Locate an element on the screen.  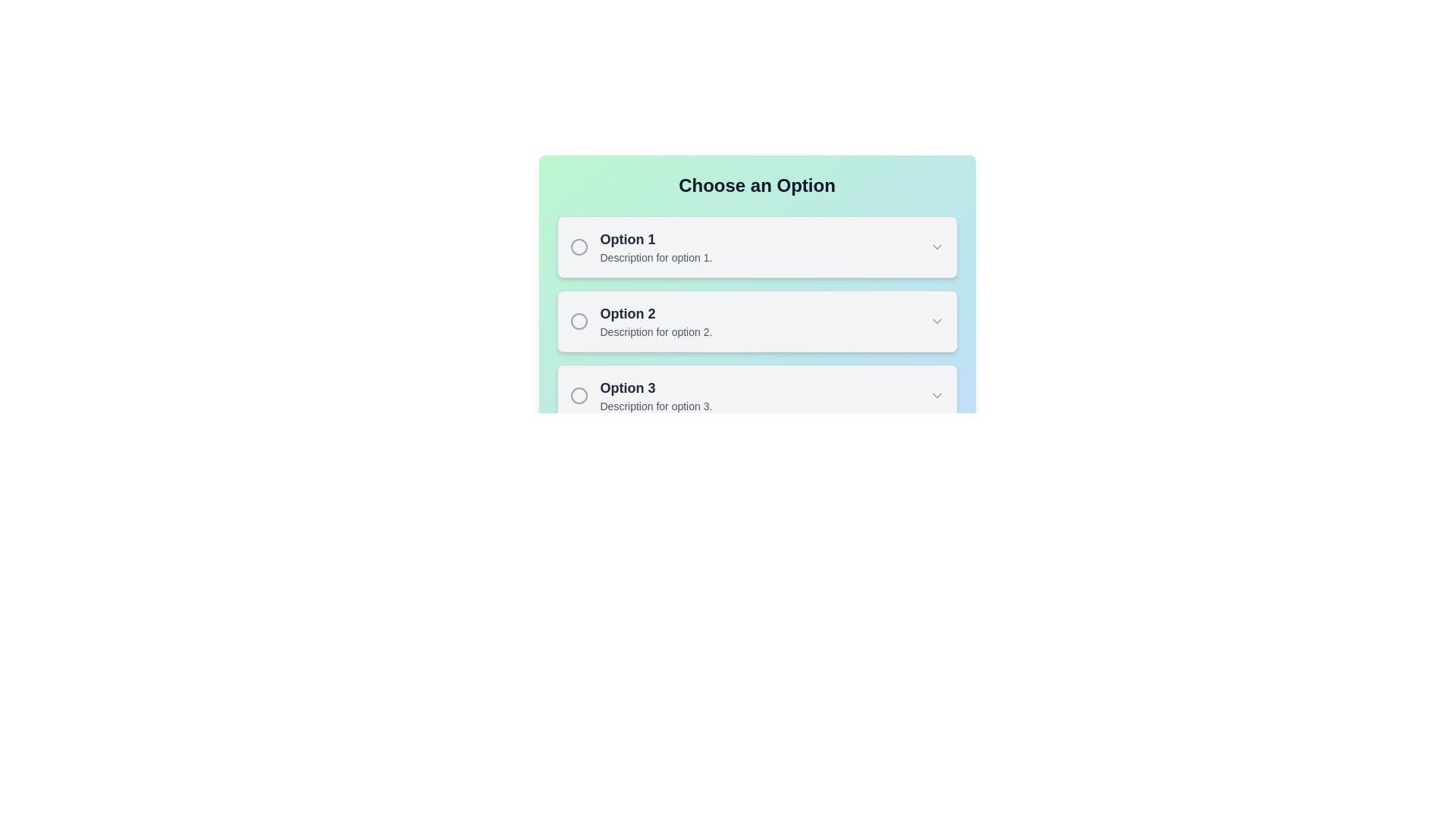
the selectable list item labeled 'Option 2' is located at coordinates (757, 321).